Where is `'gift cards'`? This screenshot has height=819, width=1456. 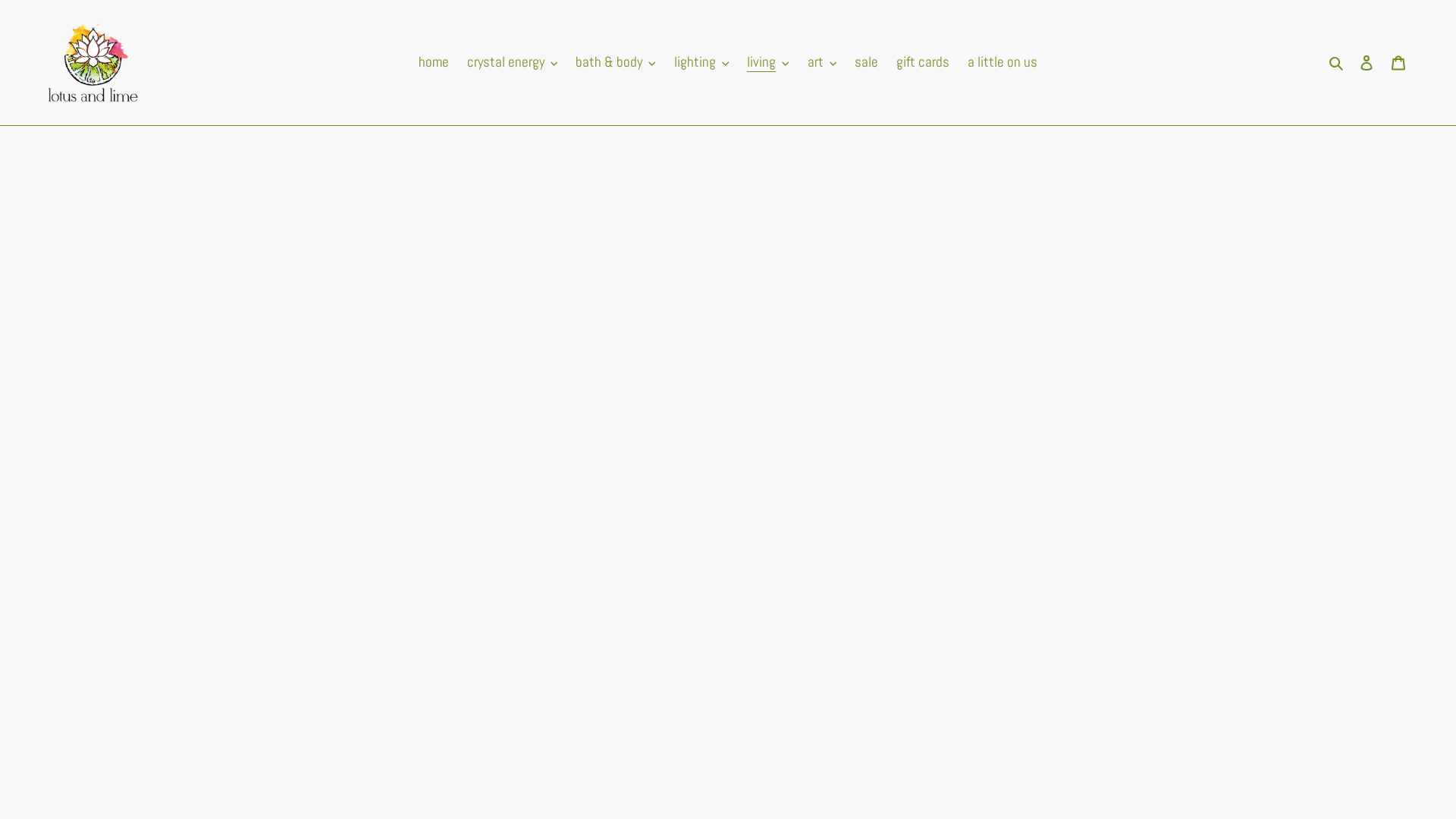 'gift cards' is located at coordinates (922, 61).